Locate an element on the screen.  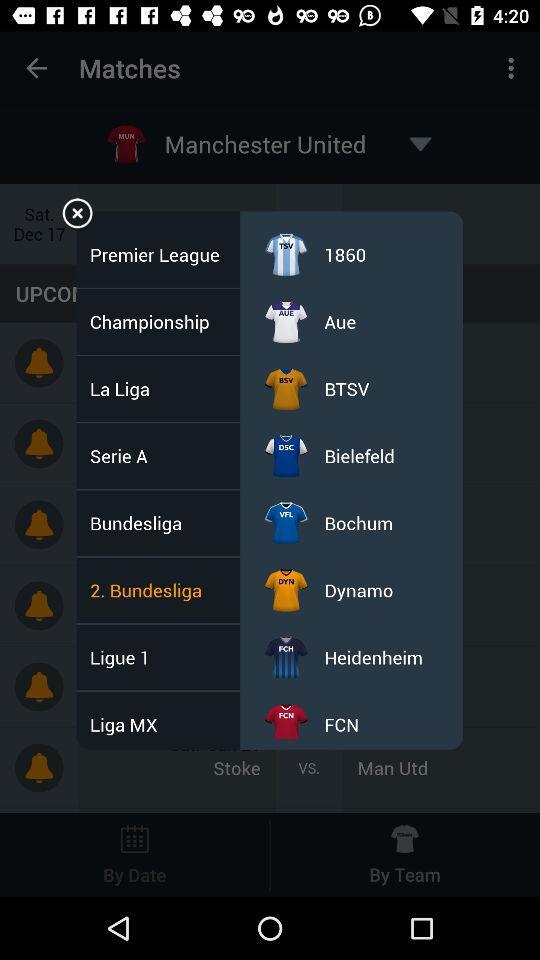
icon above bielefeld is located at coordinates (345, 387).